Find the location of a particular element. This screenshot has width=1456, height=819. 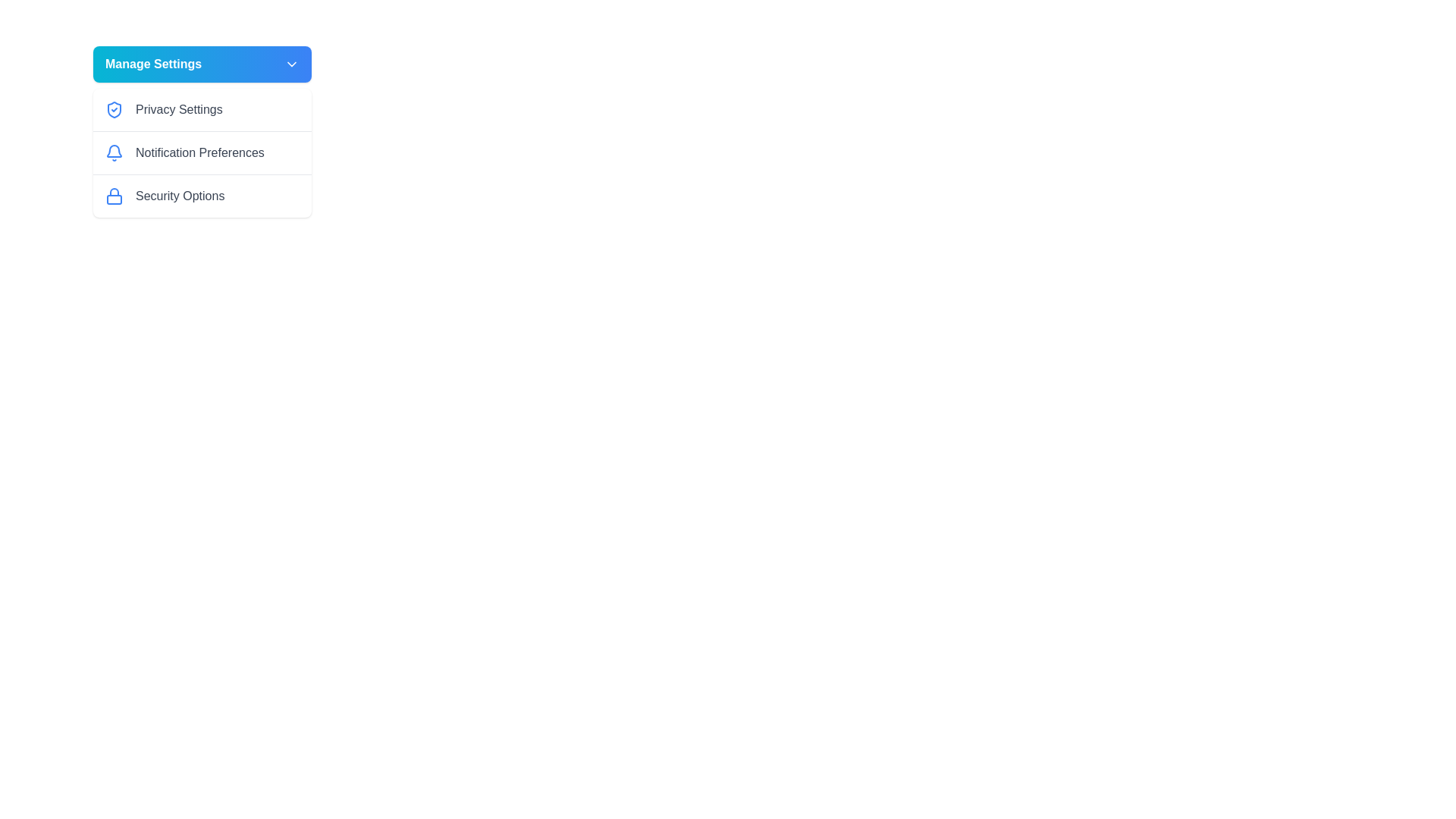

the chevron icon located to the right of the 'Manage Settings' text is located at coordinates (291, 63).